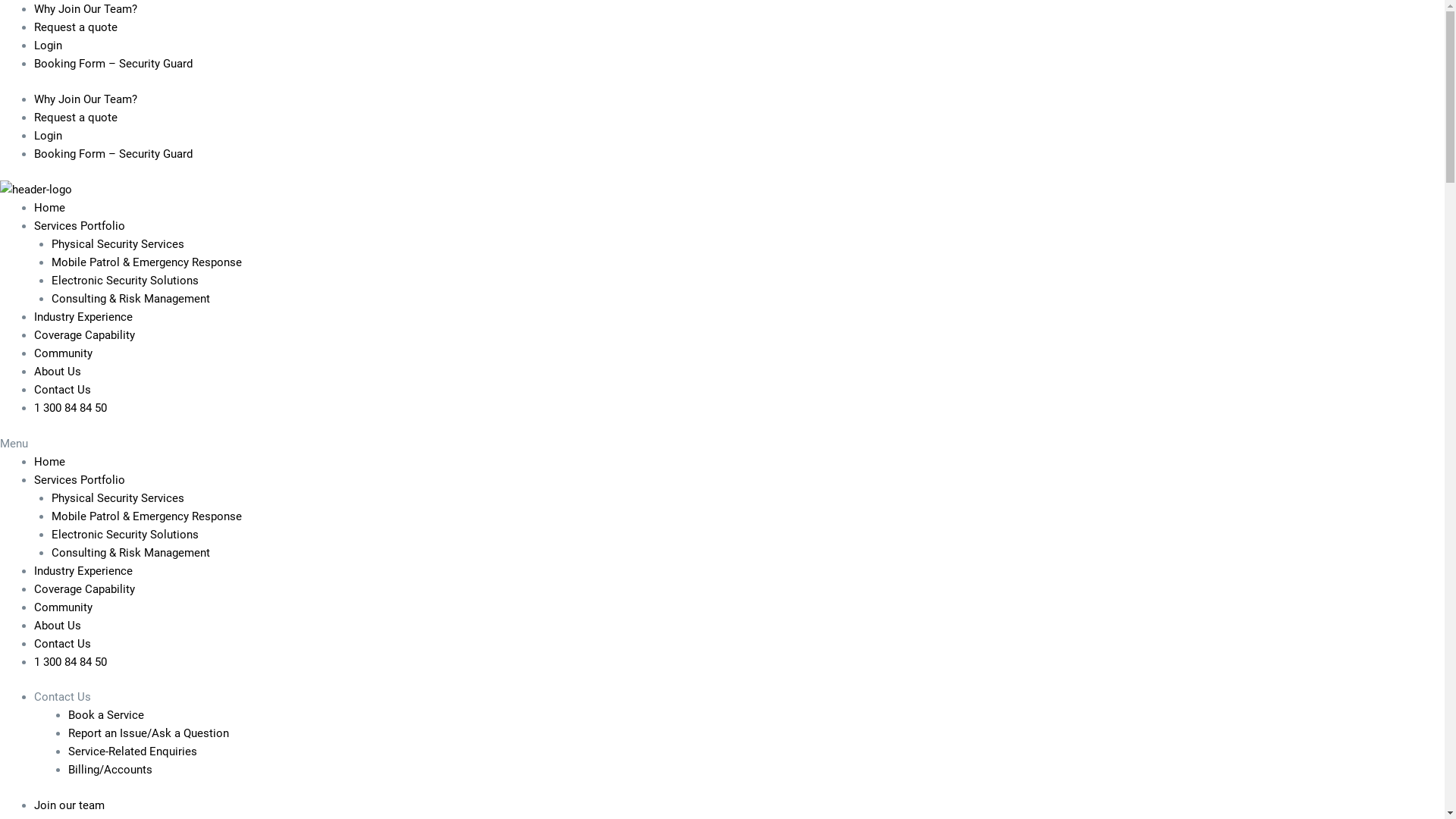 The height and width of the screenshot is (819, 1456). Describe the element at coordinates (79, 225) in the screenshot. I see `'Services Portfolio'` at that location.